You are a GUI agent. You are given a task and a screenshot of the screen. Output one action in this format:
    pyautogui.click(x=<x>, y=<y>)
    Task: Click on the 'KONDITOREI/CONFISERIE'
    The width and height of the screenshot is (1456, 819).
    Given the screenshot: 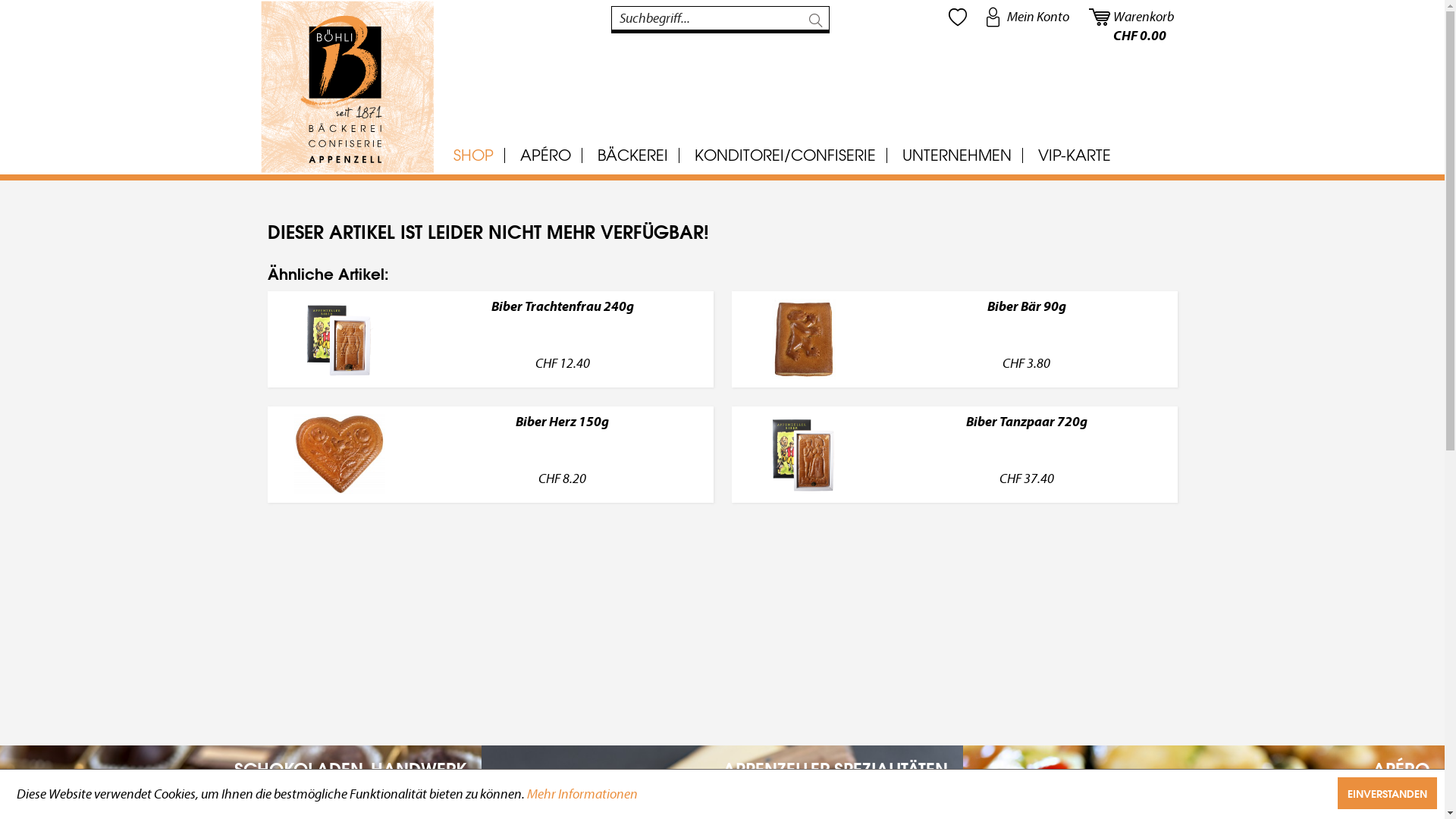 What is the action you would take?
    pyautogui.click(x=784, y=155)
    